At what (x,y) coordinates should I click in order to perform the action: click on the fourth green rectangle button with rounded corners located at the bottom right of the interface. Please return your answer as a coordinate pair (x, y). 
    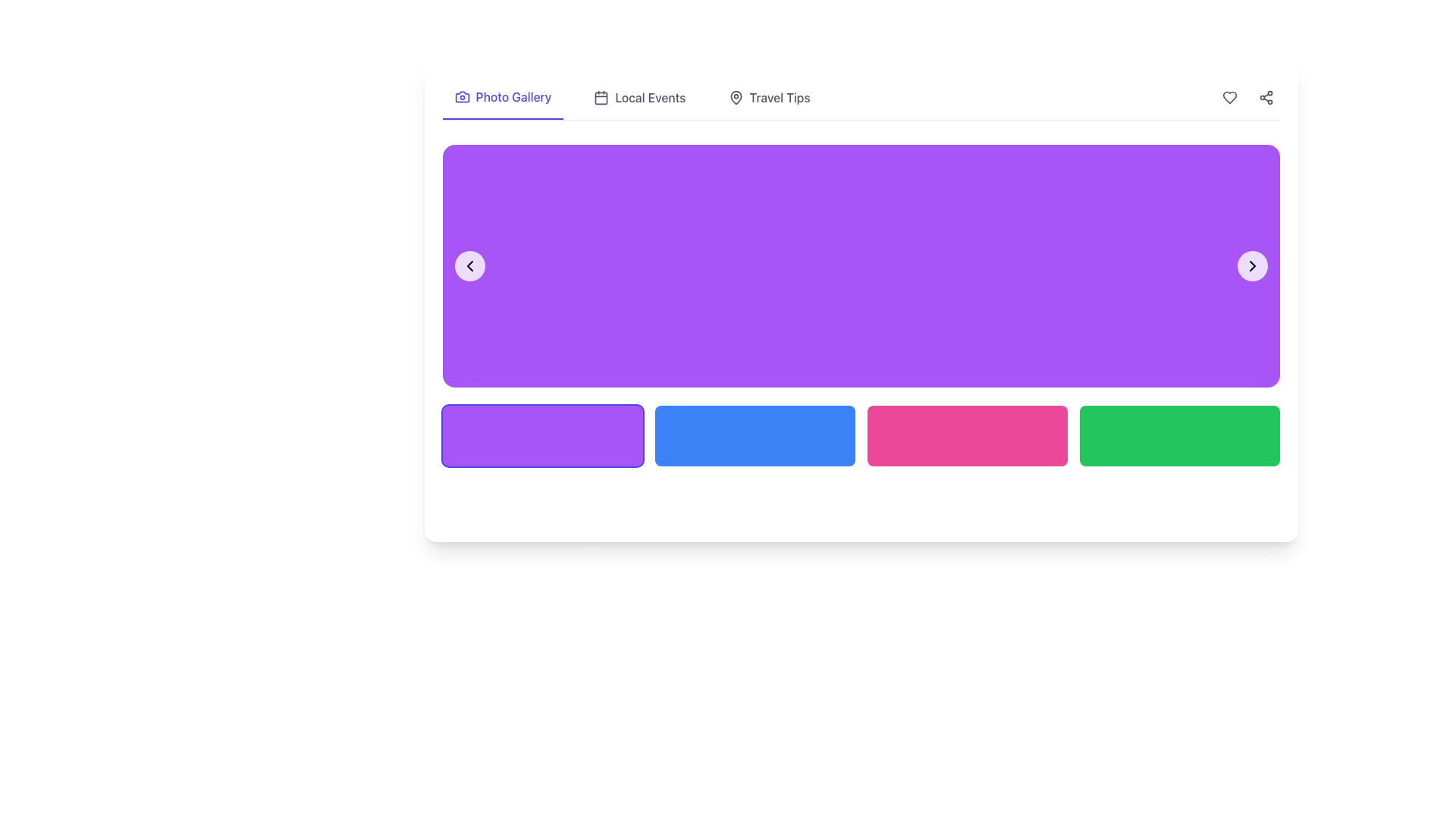
    Looking at the image, I should click on (1178, 435).